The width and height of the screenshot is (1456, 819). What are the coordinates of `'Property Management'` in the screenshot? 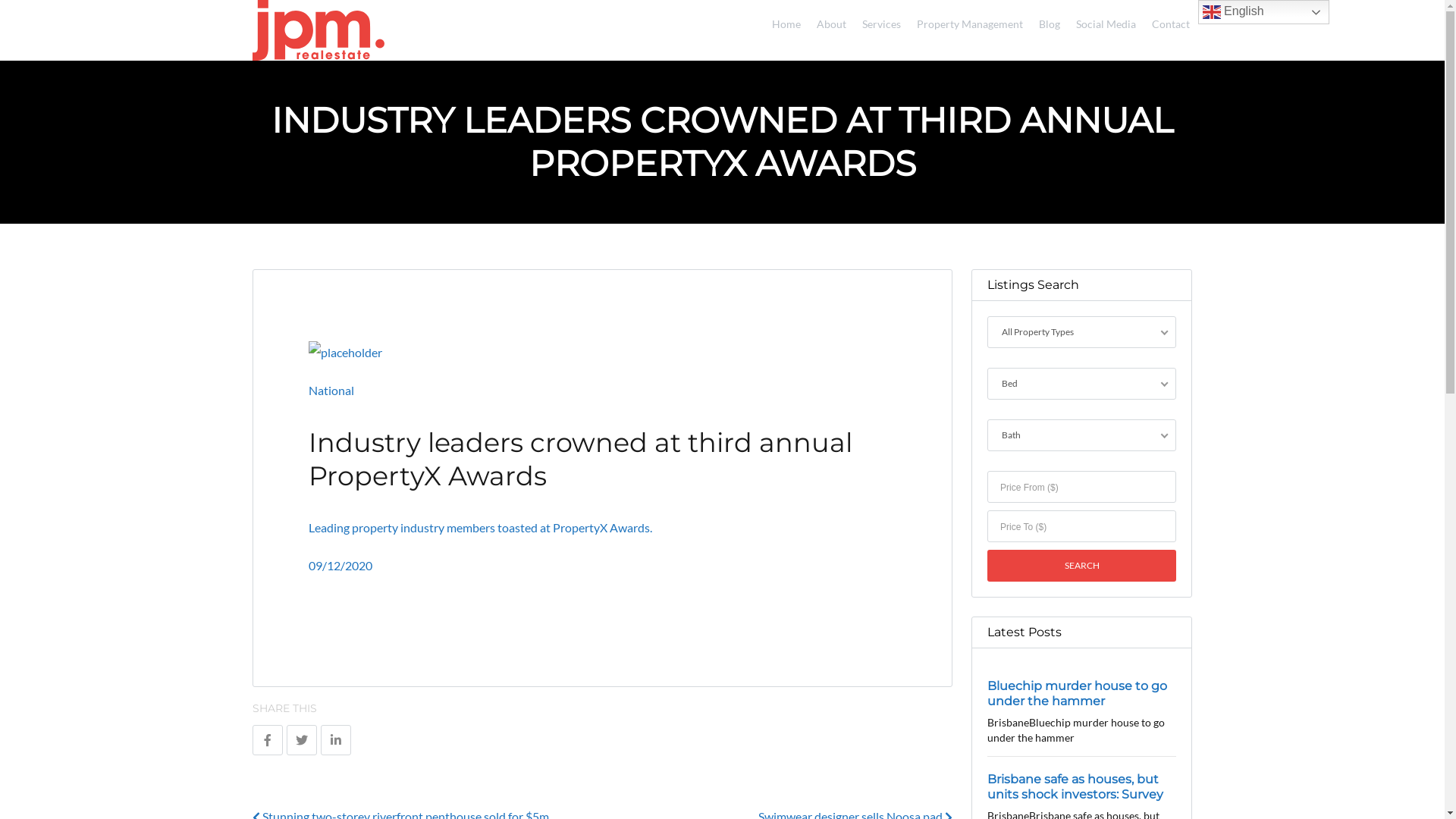 It's located at (964, 20).